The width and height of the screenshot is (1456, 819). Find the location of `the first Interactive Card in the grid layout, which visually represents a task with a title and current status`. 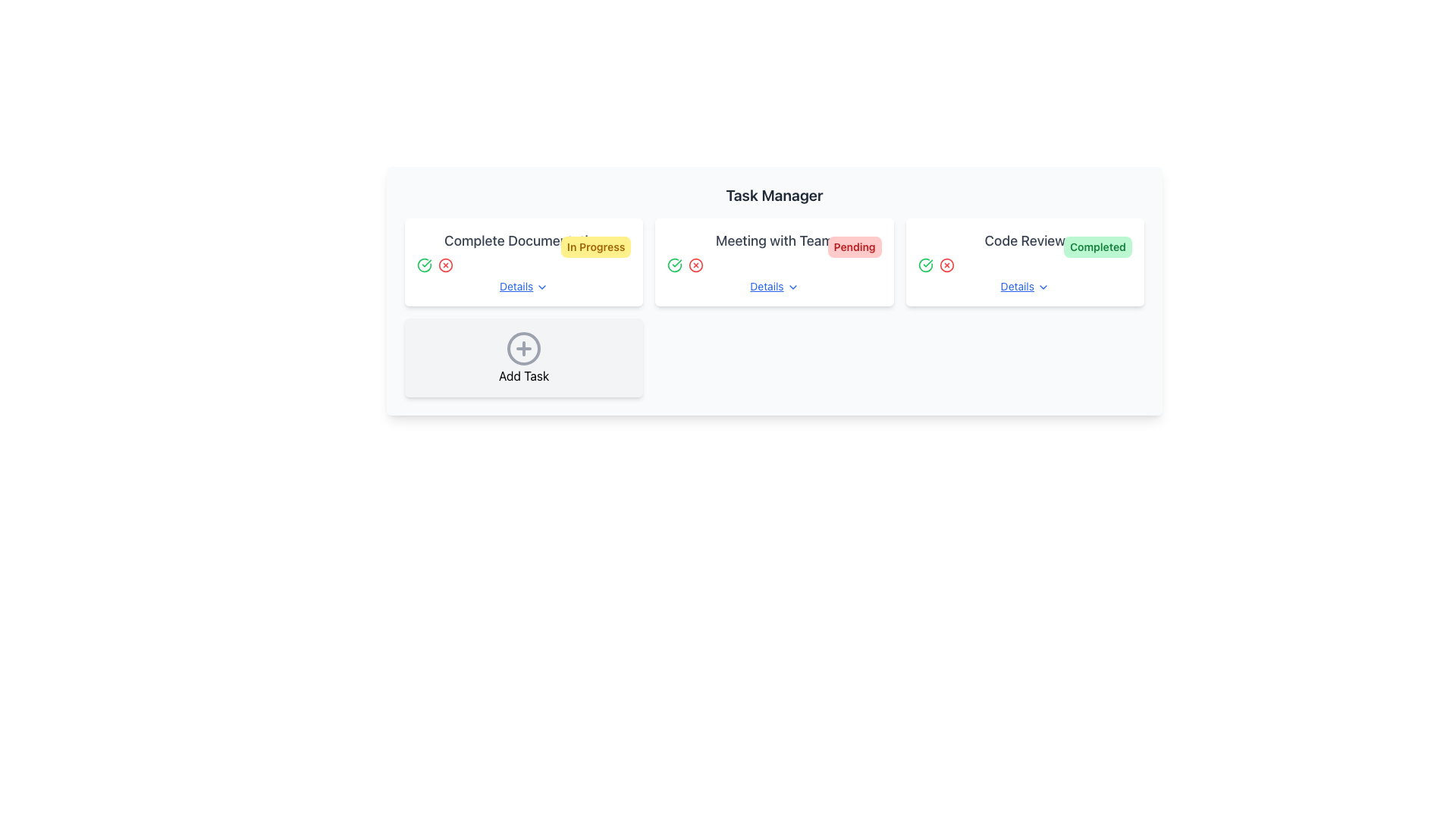

the first Interactive Card in the grid layout, which visually represents a task with a title and current status is located at coordinates (524, 262).